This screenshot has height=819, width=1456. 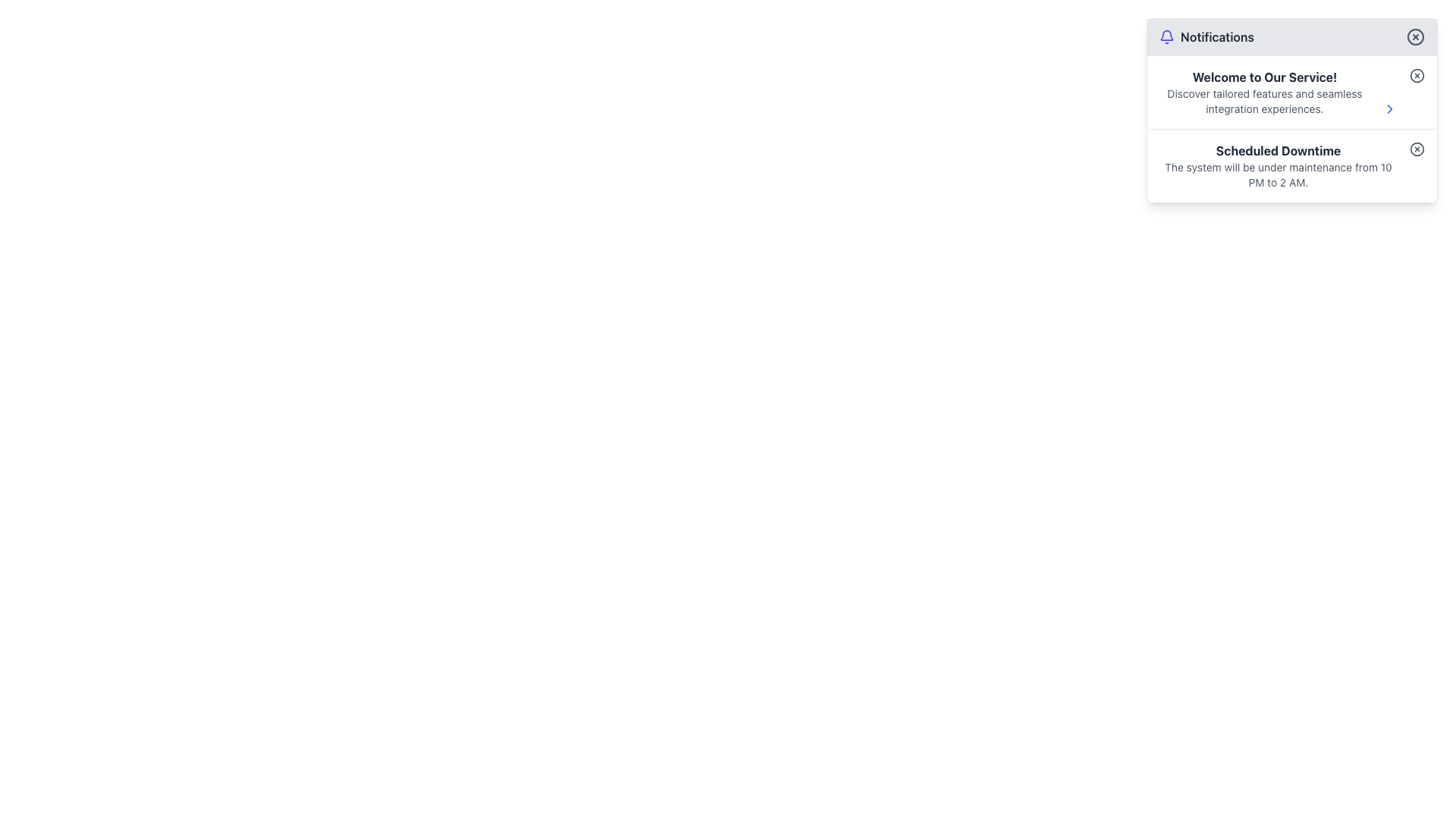 I want to click on heading text located at the top of the notification panel, which informs users about the purpose or context of the notification, so click(x=1265, y=77).